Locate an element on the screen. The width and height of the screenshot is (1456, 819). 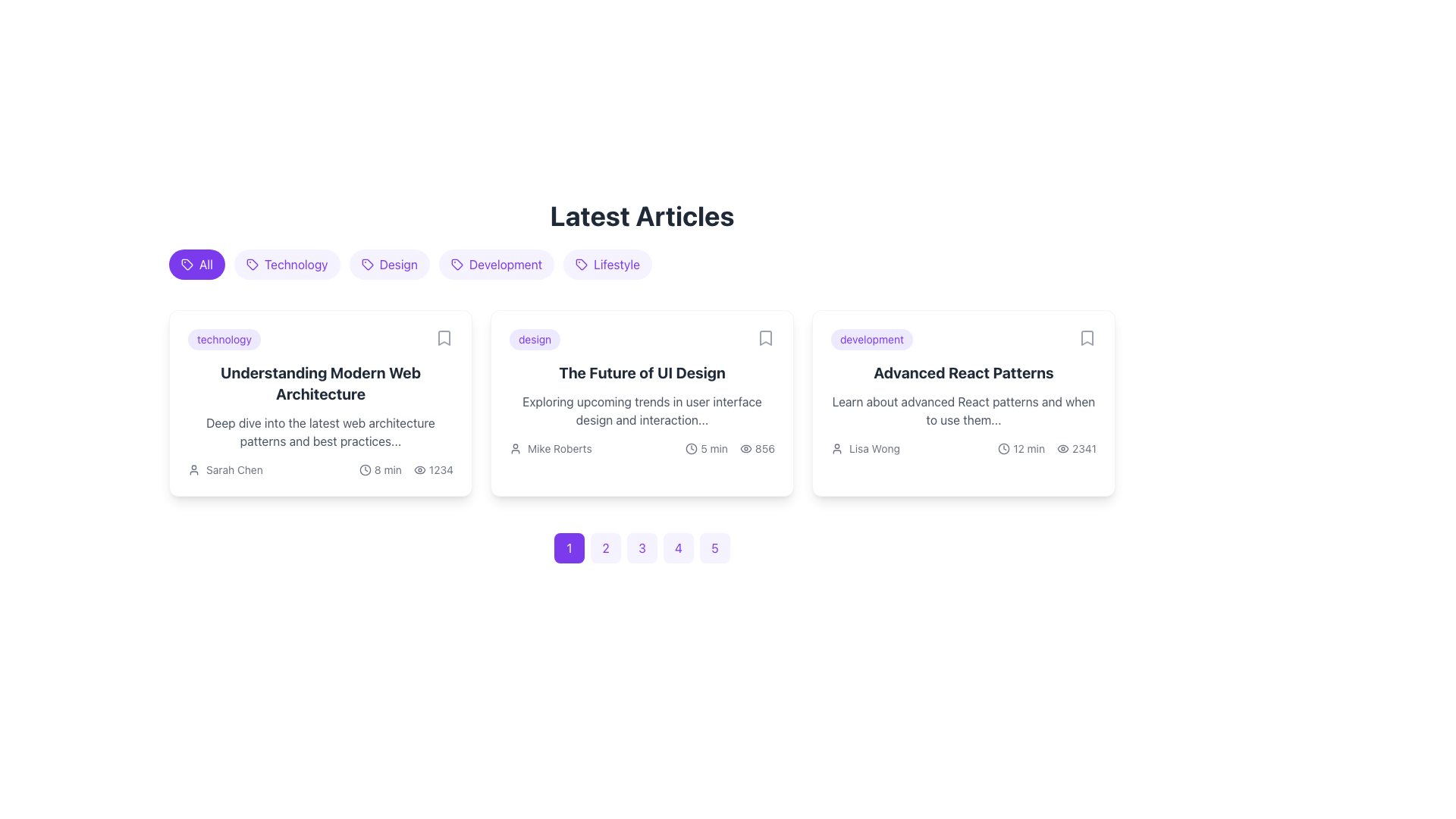
the tag-like icon located to the left of the 'Development' text, which has a rounded rectangular outline with a circular cutout is located at coordinates (456, 263).